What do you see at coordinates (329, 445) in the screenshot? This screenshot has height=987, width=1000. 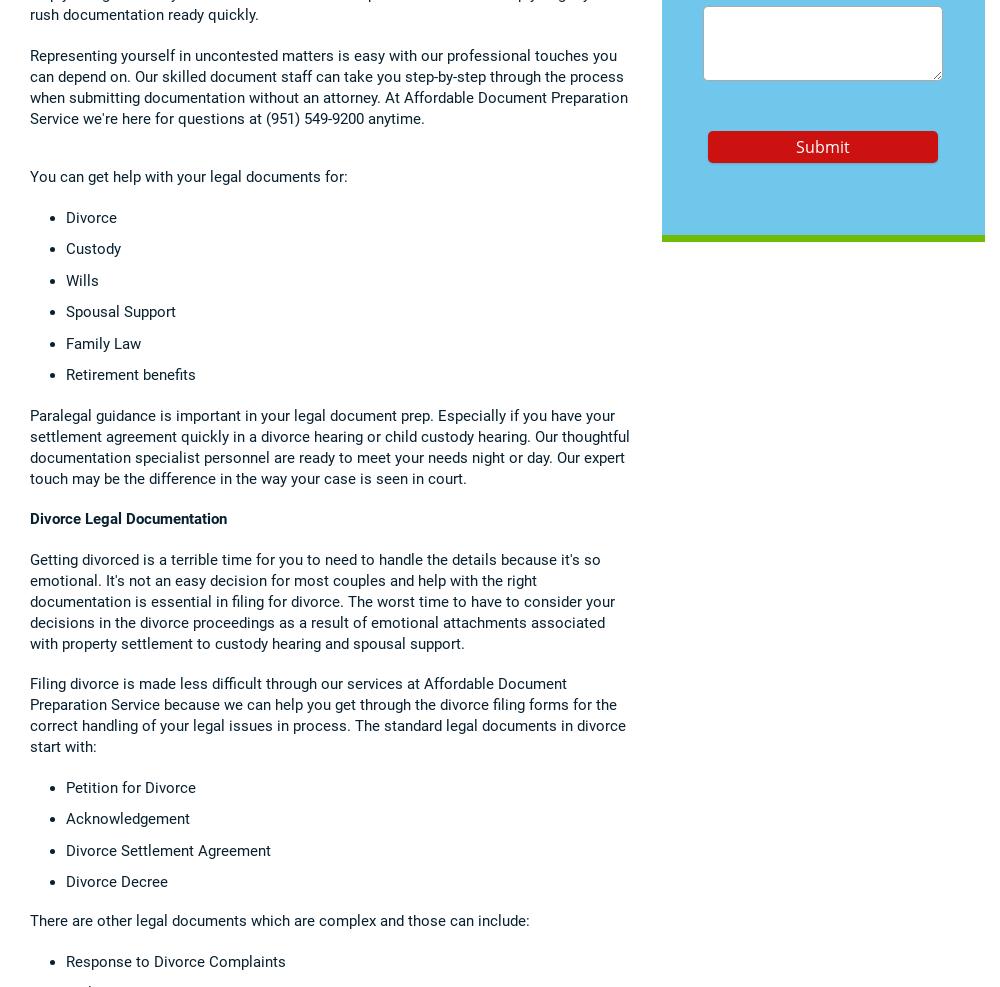 I see `'Paralegal guidance is important in your legal document prep. Especially if you have your settlement agreement quickly in a divorce hearing or child custody hearing. Our thoughtful documentation specialist personnel are ready to meet your needs night or day. Our expert touch may be the difference in the way your case is seen in court.'` at bounding box center [329, 445].